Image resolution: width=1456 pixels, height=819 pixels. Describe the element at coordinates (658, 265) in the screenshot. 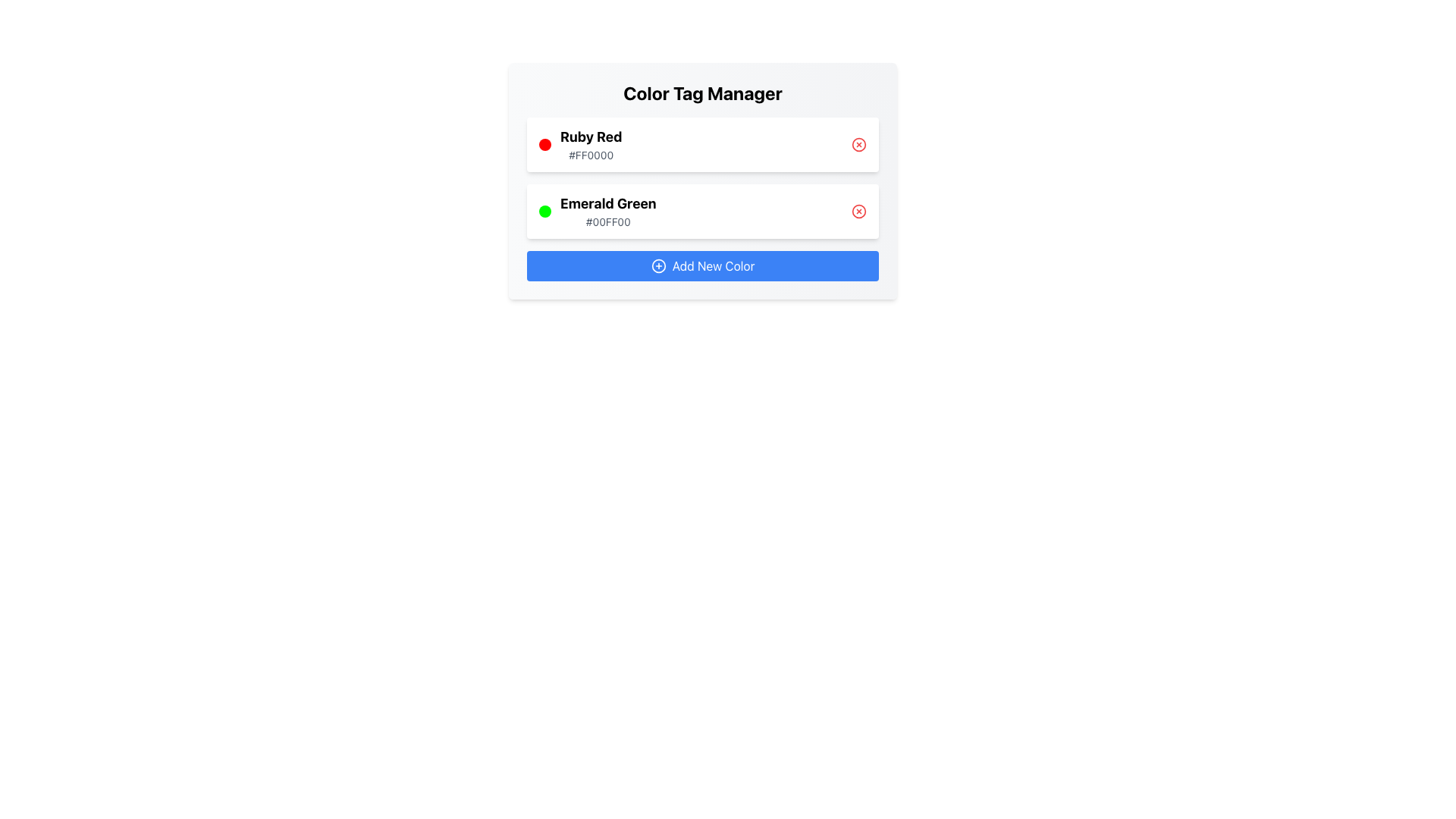

I see `the circular icon with a plus sign at its center, which symbolizes add functionality, located within the 'Add New Color' button` at that location.